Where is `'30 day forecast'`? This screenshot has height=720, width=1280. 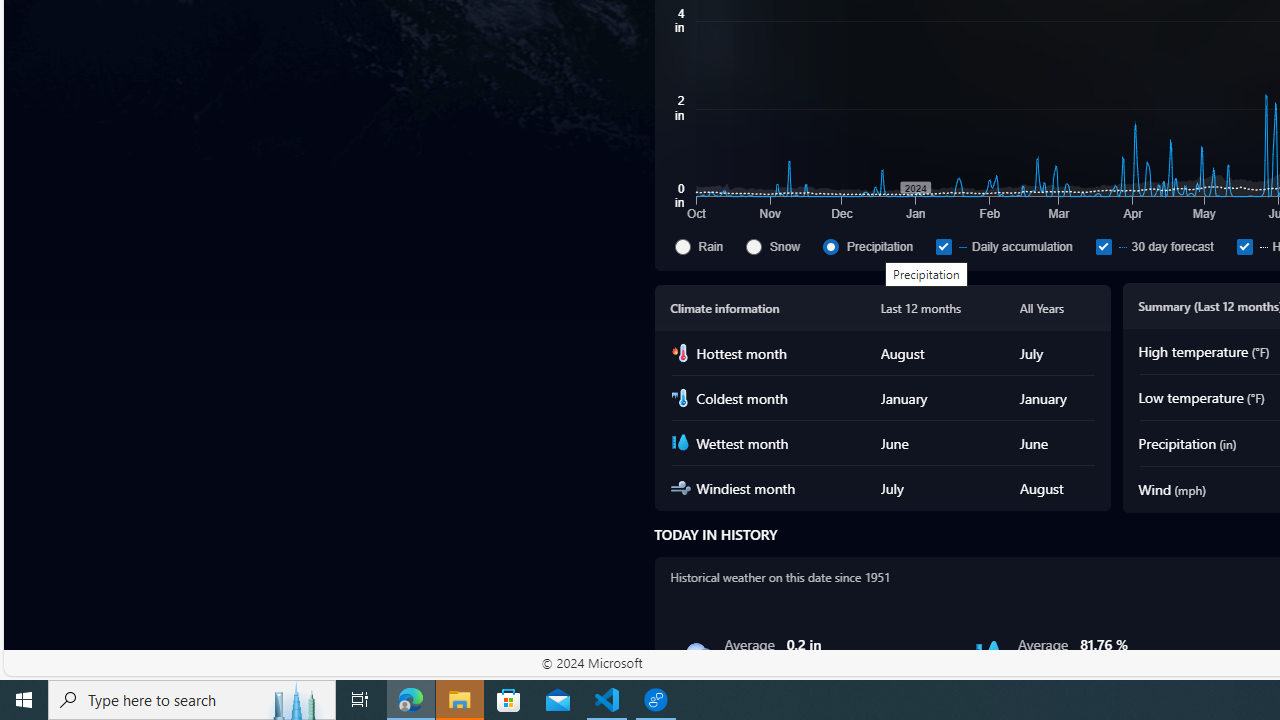
'30 day forecast' is located at coordinates (1102, 245).